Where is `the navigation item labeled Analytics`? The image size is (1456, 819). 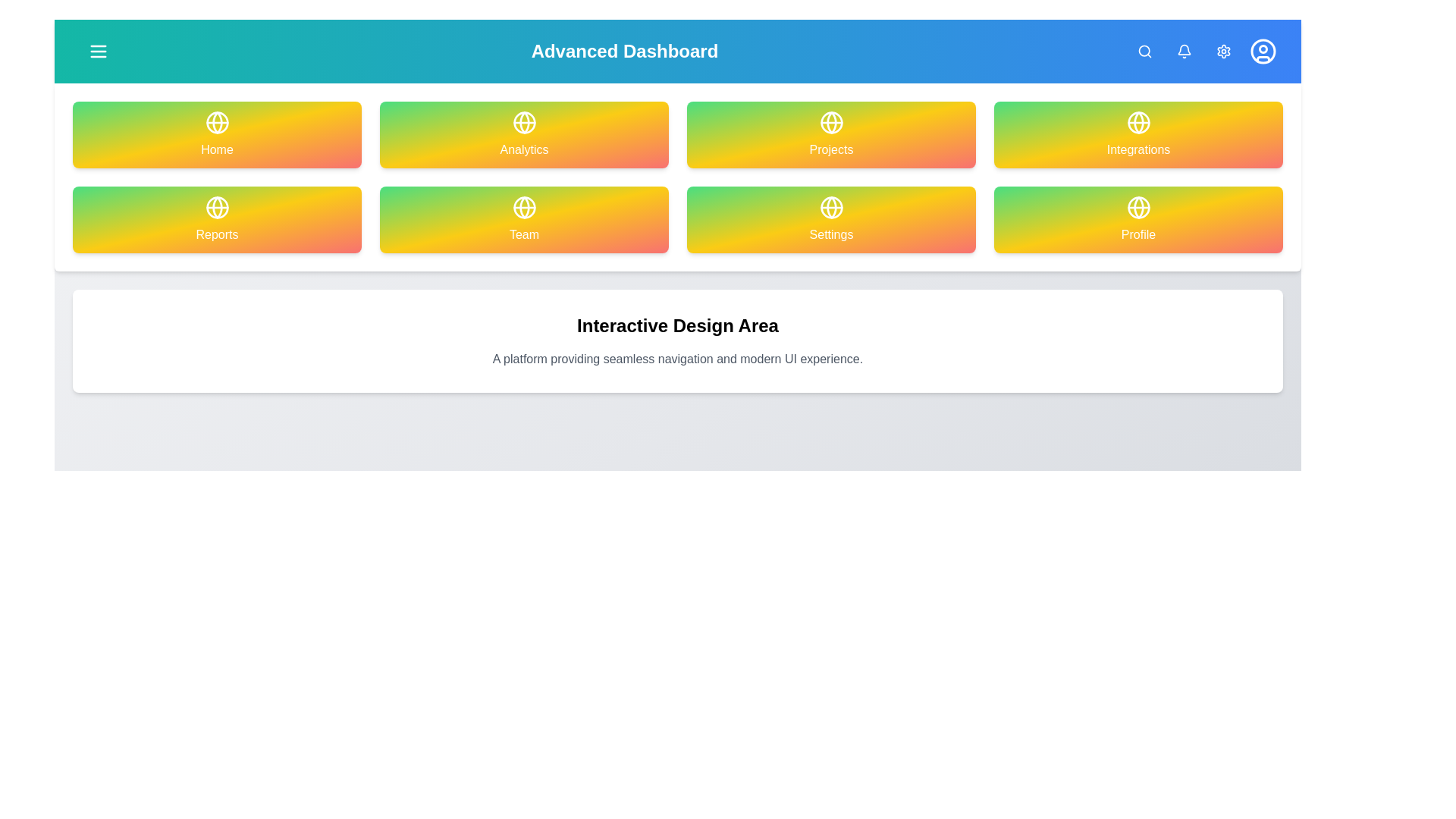
the navigation item labeled Analytics is located at coordinates (524, 133).